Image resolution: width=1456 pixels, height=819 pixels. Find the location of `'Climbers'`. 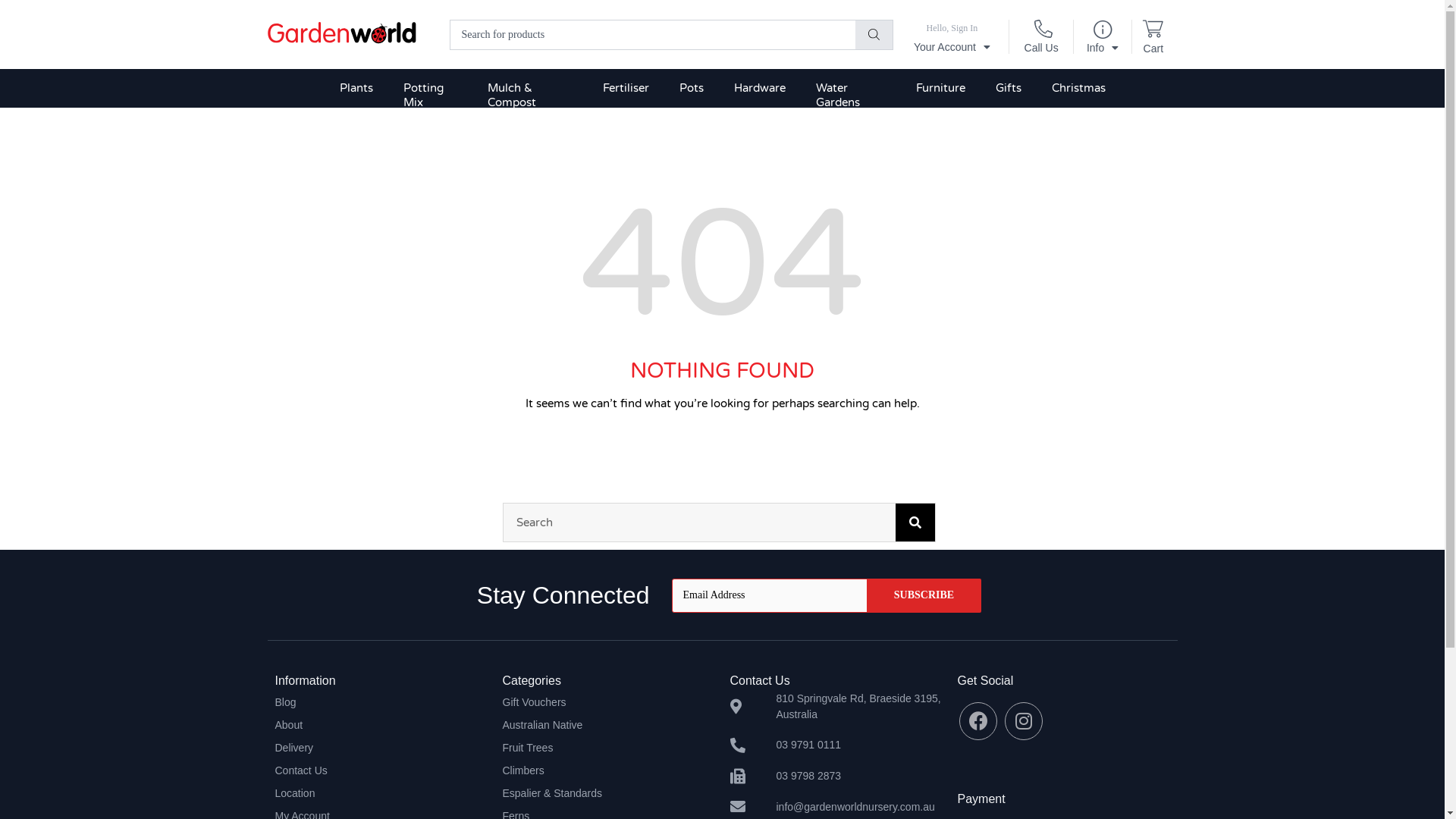

'Climbers' is located at coordinates (502, 770).